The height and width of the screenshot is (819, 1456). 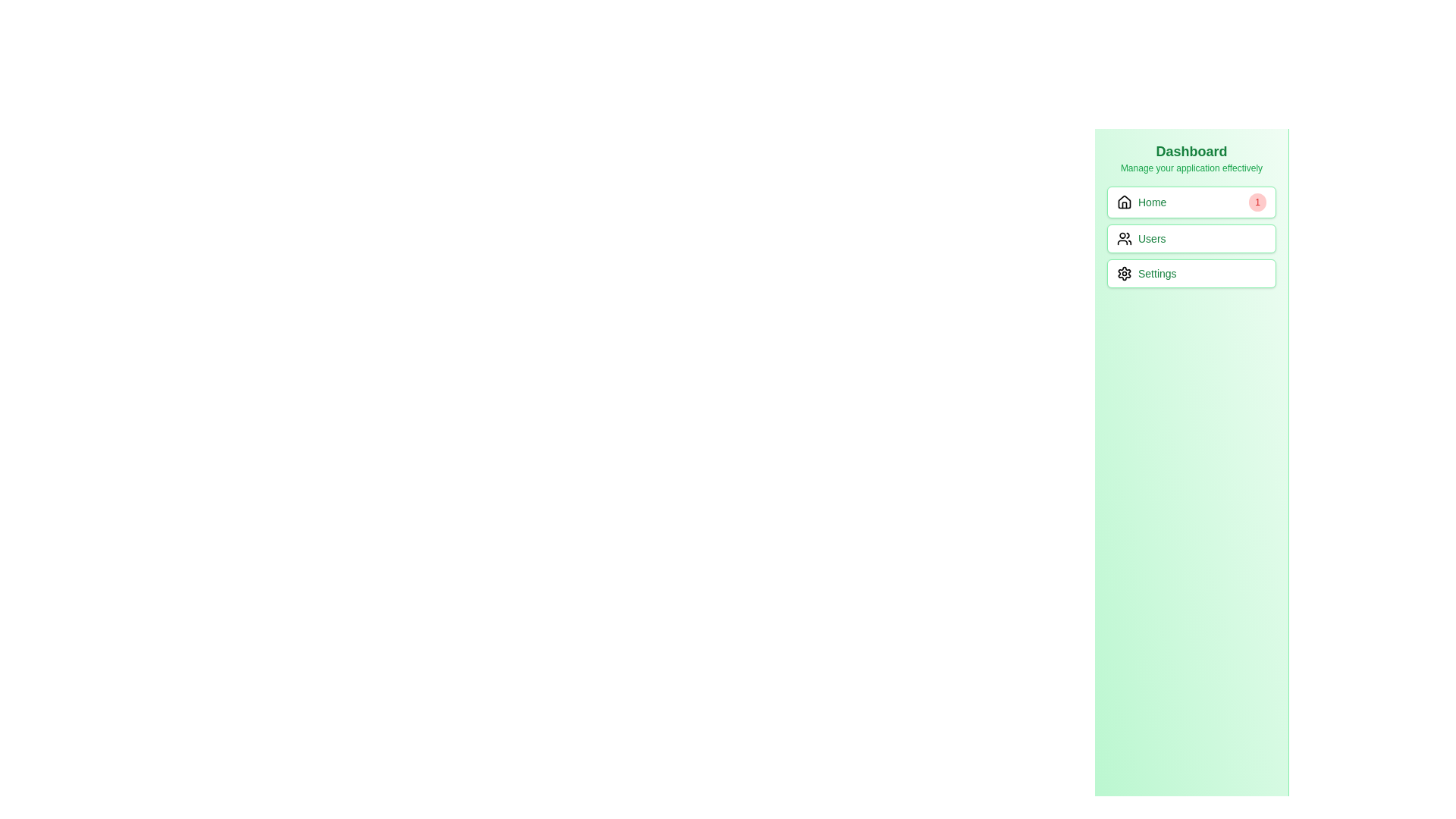 I want to click on the 'Home' icon in the navigation menu, so click(x=1125, y=201).